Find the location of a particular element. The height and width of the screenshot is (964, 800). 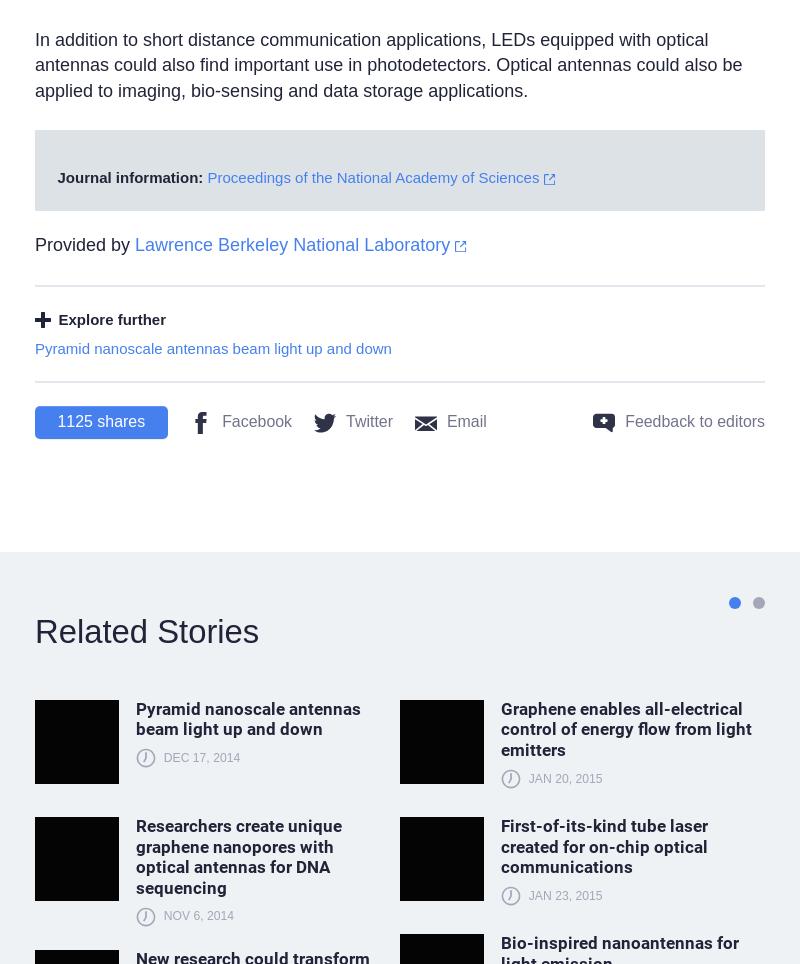

'Journal information:' is located at coordinates (55, 176).